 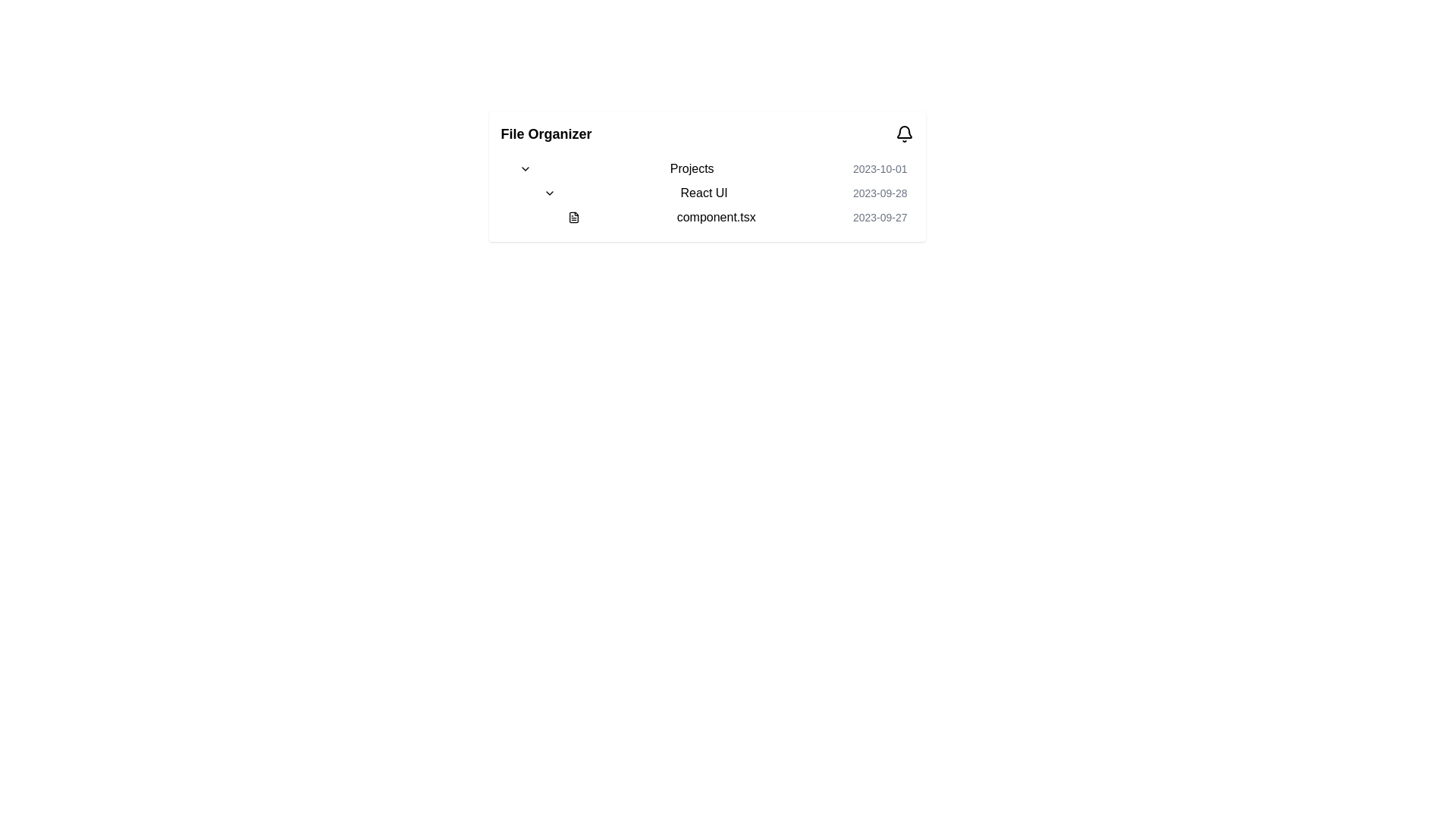 I want to click on the document icon located on the left side of the 'component.tsx' file entry in the file explorer interface, so click(x=573, y=217).